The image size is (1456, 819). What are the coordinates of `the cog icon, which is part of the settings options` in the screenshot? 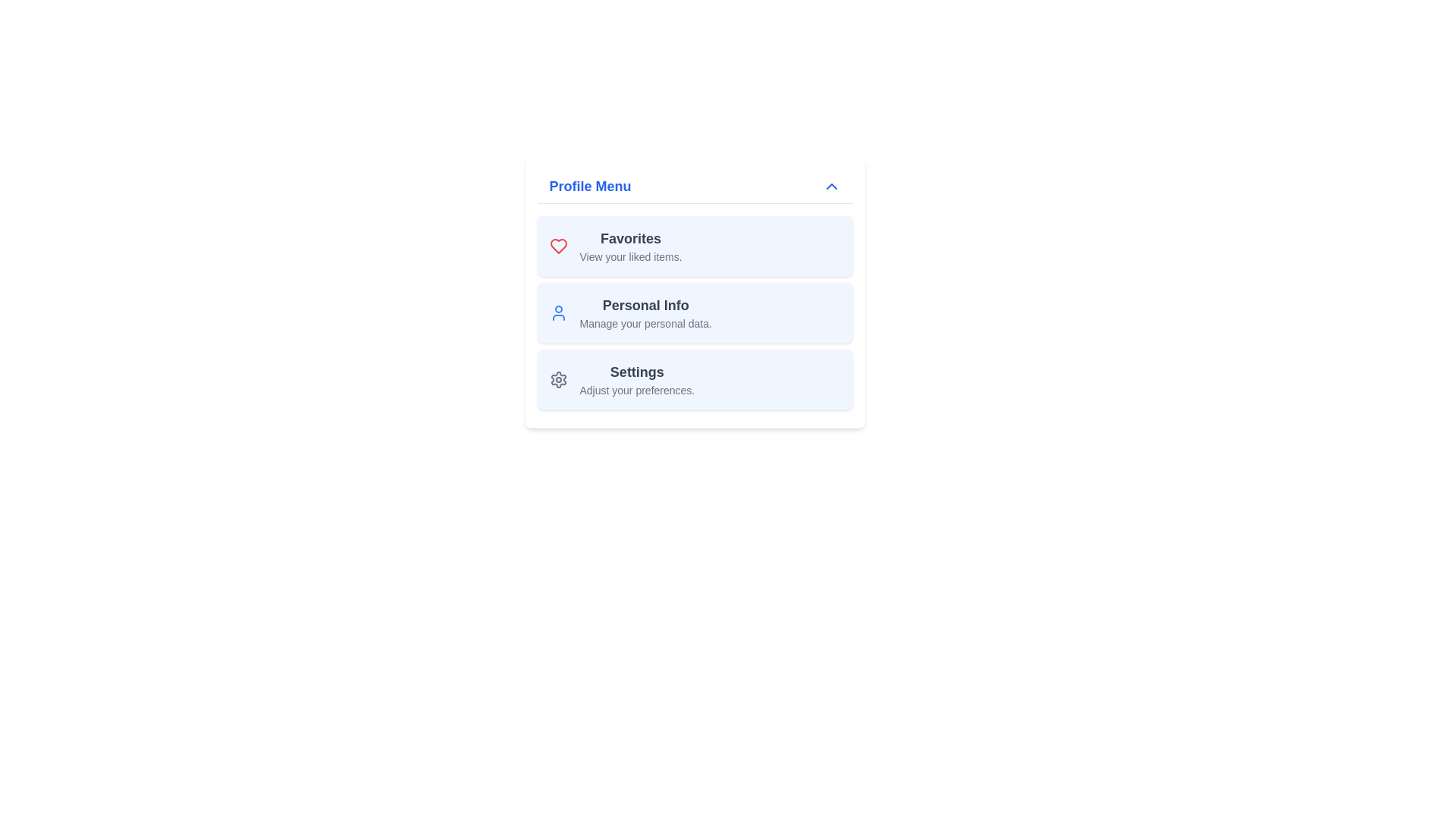 It's located at (557, 379).